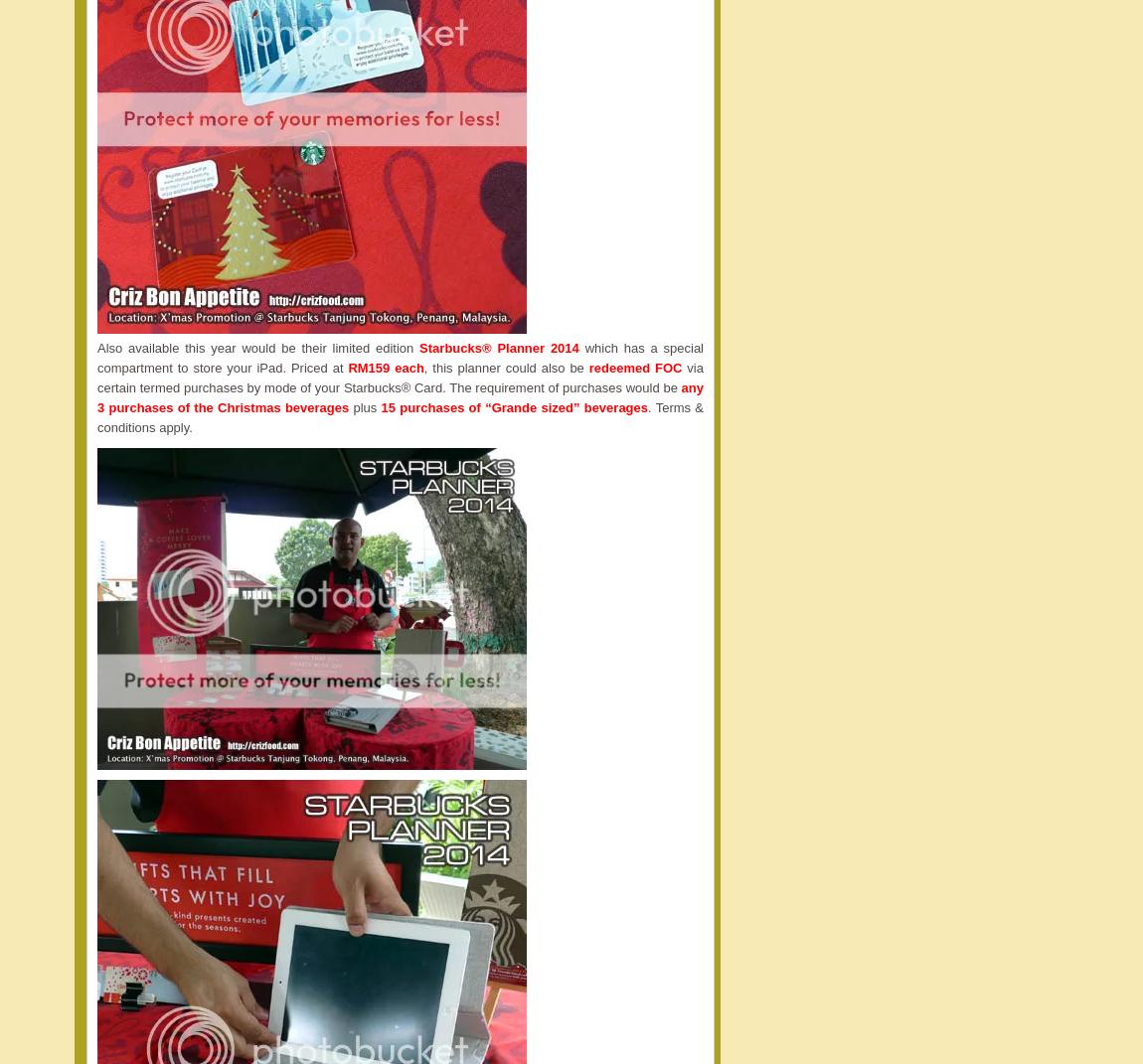 This screenshot has height=1064, width=1143. What do you see at coordinates (634, 367) in the screenshot?
I see `'redeemed FOC'` at bounding box center [634, 367].